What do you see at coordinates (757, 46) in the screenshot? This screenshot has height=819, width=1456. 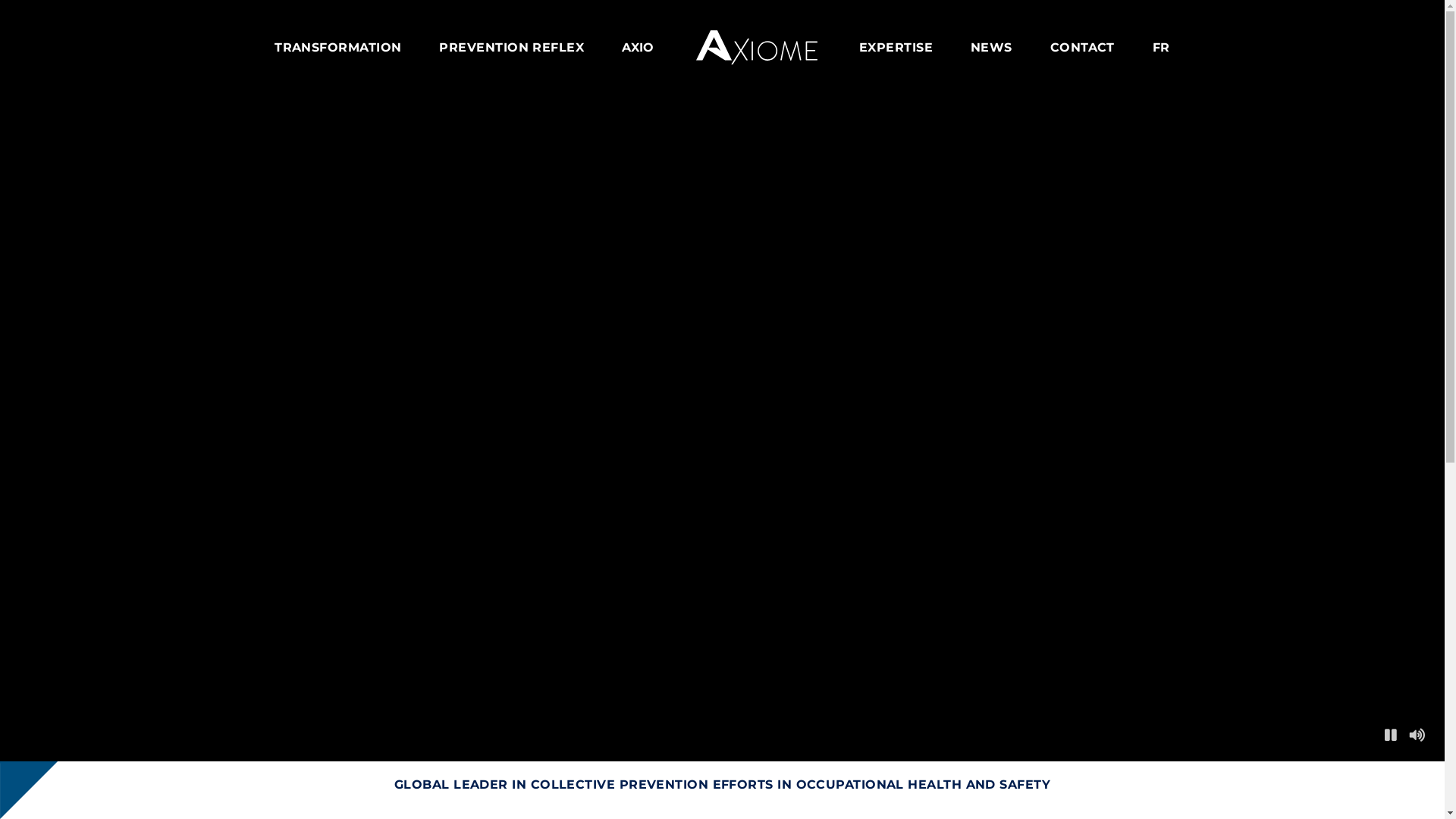 I see `'Axiome'` at bounding box center [757, 46].